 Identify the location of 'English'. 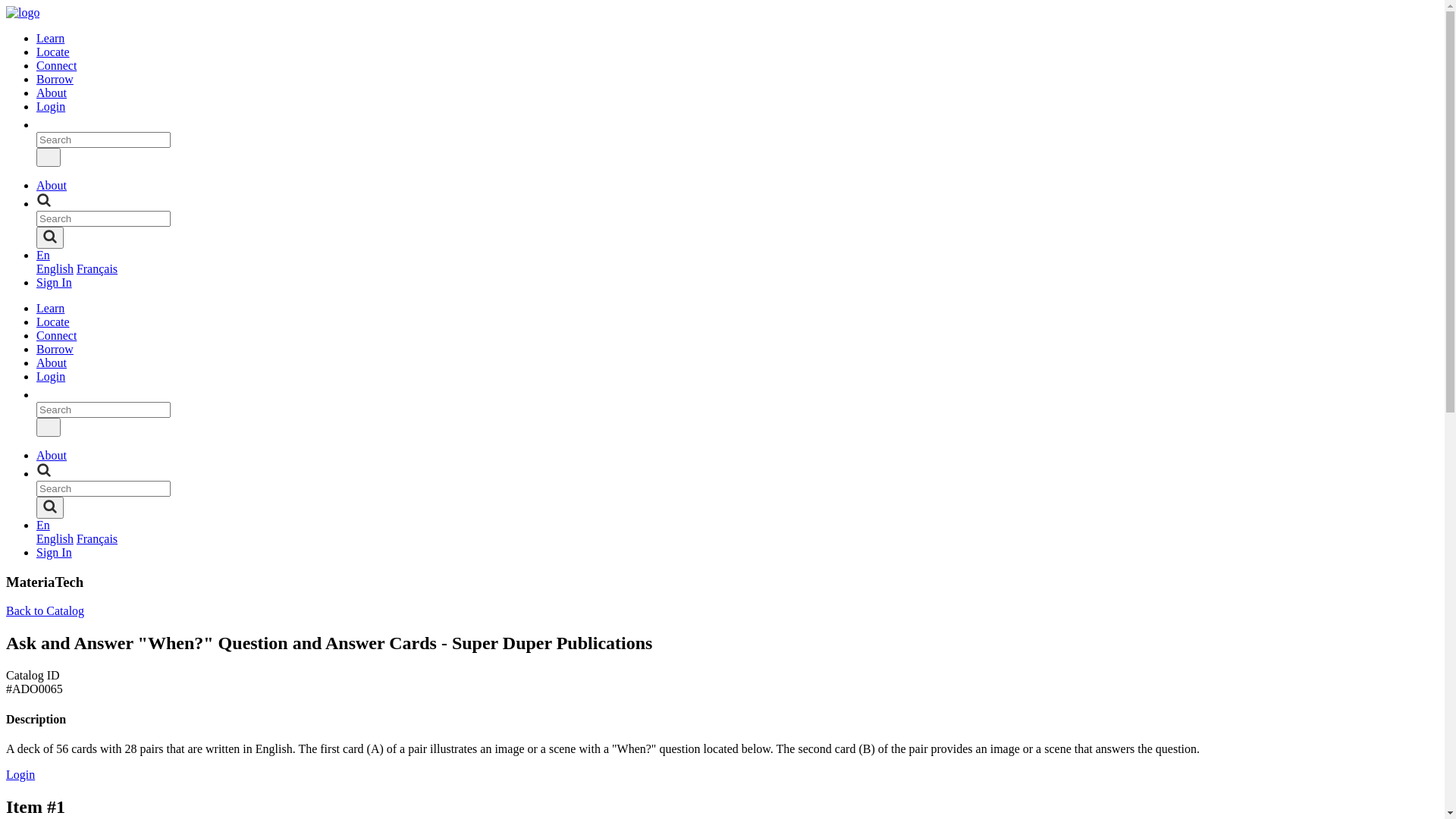
(55, 538).